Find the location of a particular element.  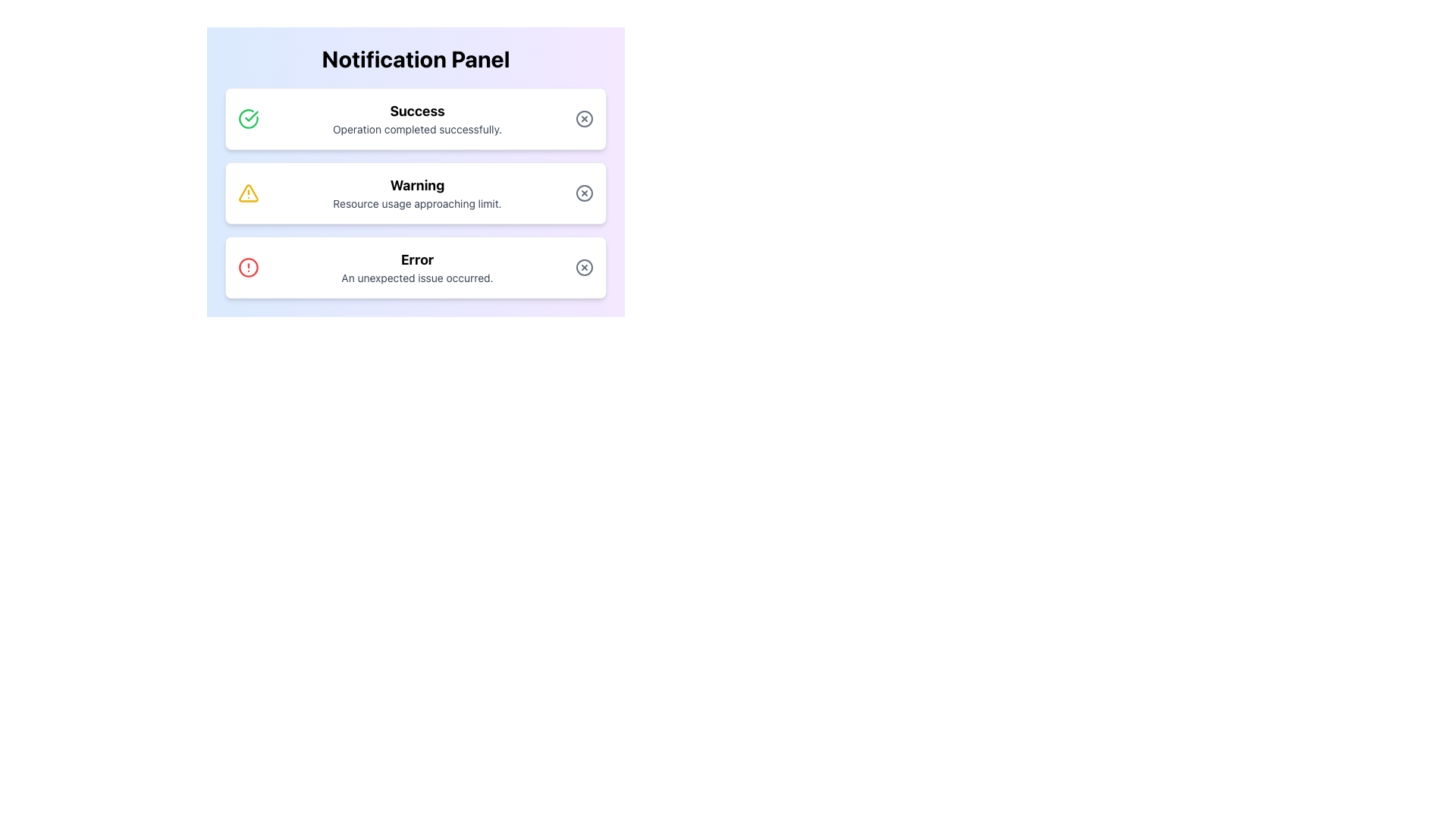

the error notification text block that indicates an error with a bolded title 'Error' and a message 'An unexpected issue occurred.' within the third notification card in the Notification Panel is located at coordinates (417, 267).